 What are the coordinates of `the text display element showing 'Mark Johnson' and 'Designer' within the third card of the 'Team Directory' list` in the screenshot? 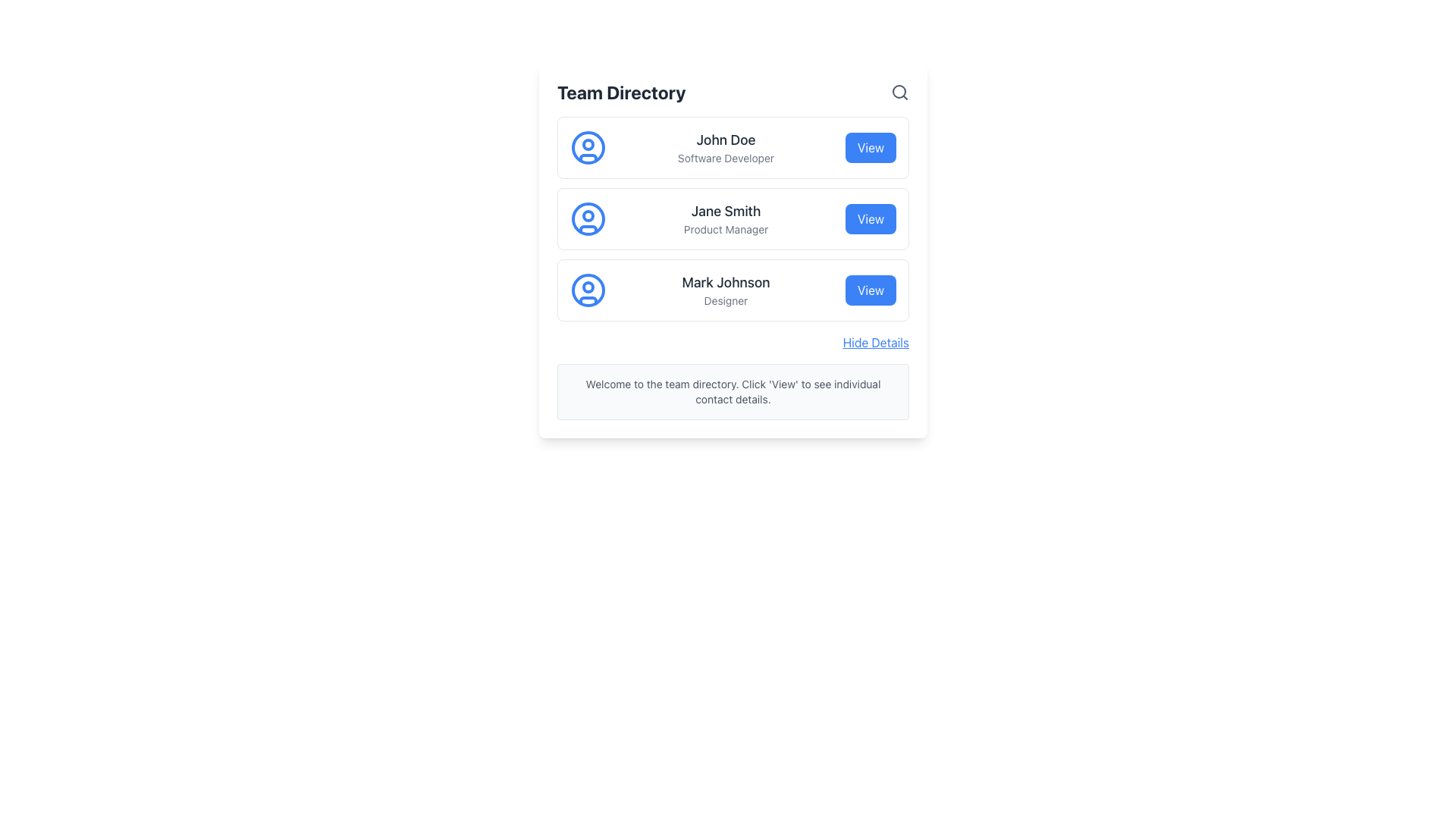 It's located at (725, 290).